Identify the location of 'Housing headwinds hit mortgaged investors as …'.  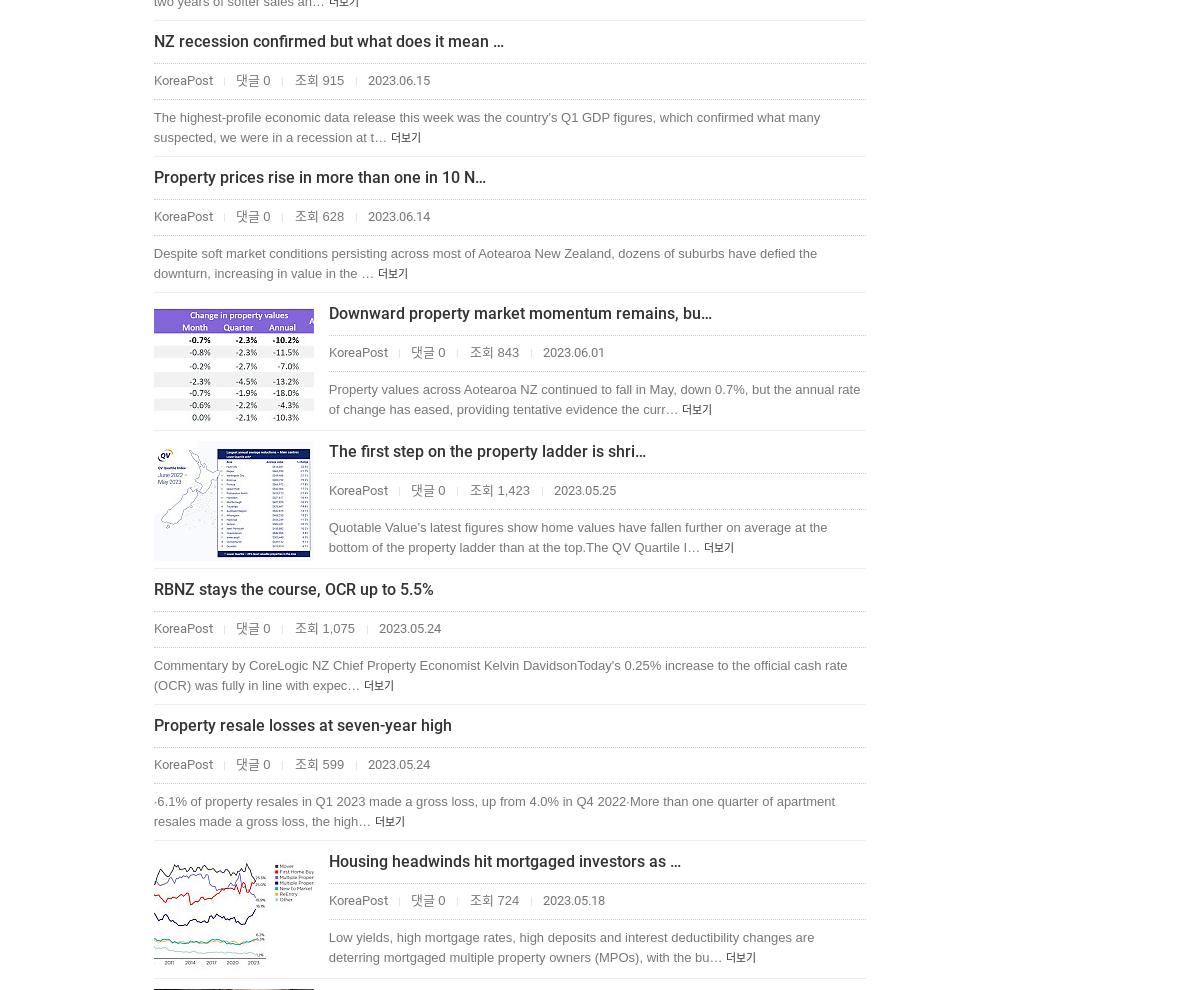
(503, 861).